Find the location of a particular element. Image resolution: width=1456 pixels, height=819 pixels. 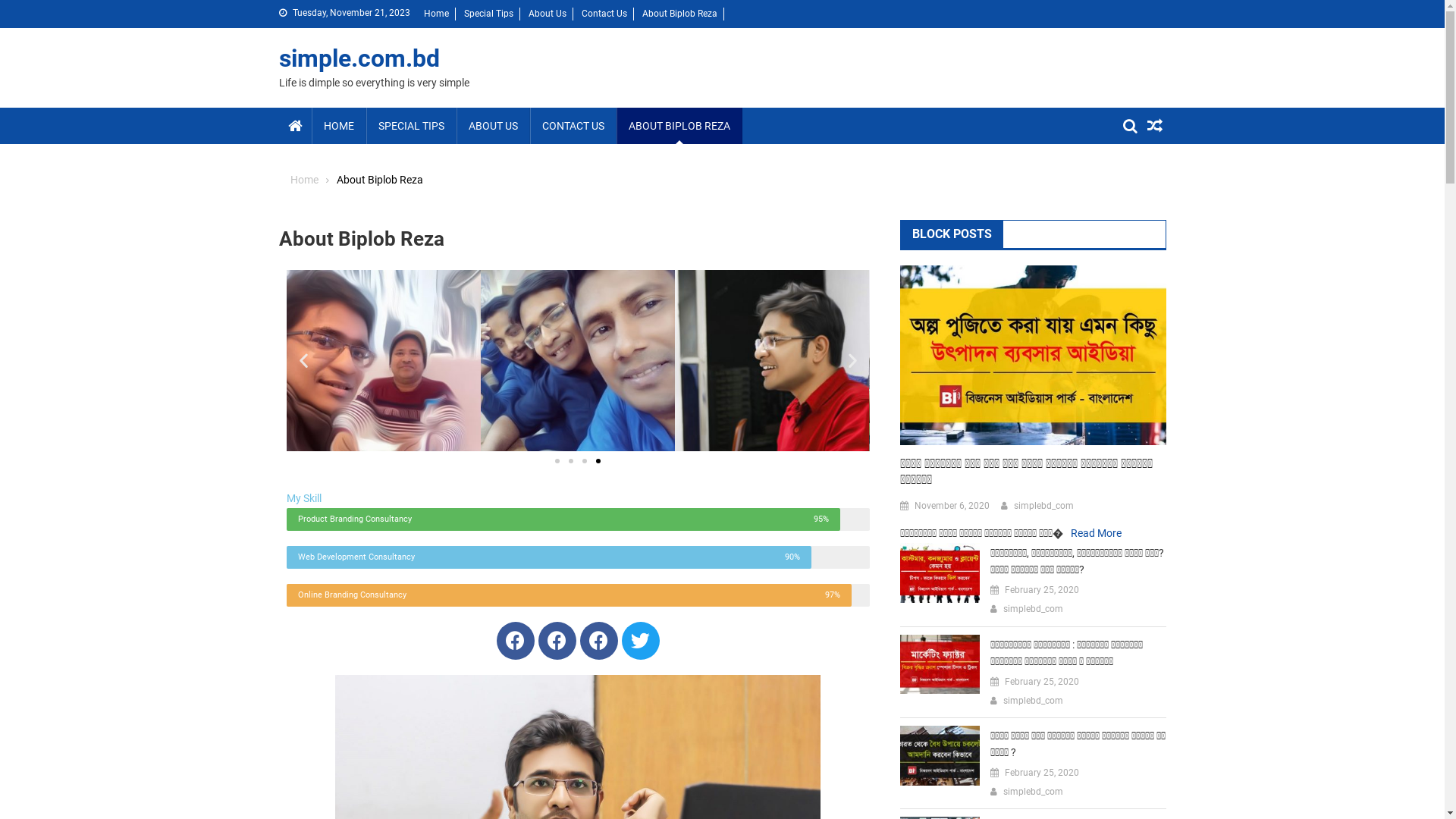

'simple.com.bd' is located at coordinates (359, 58).